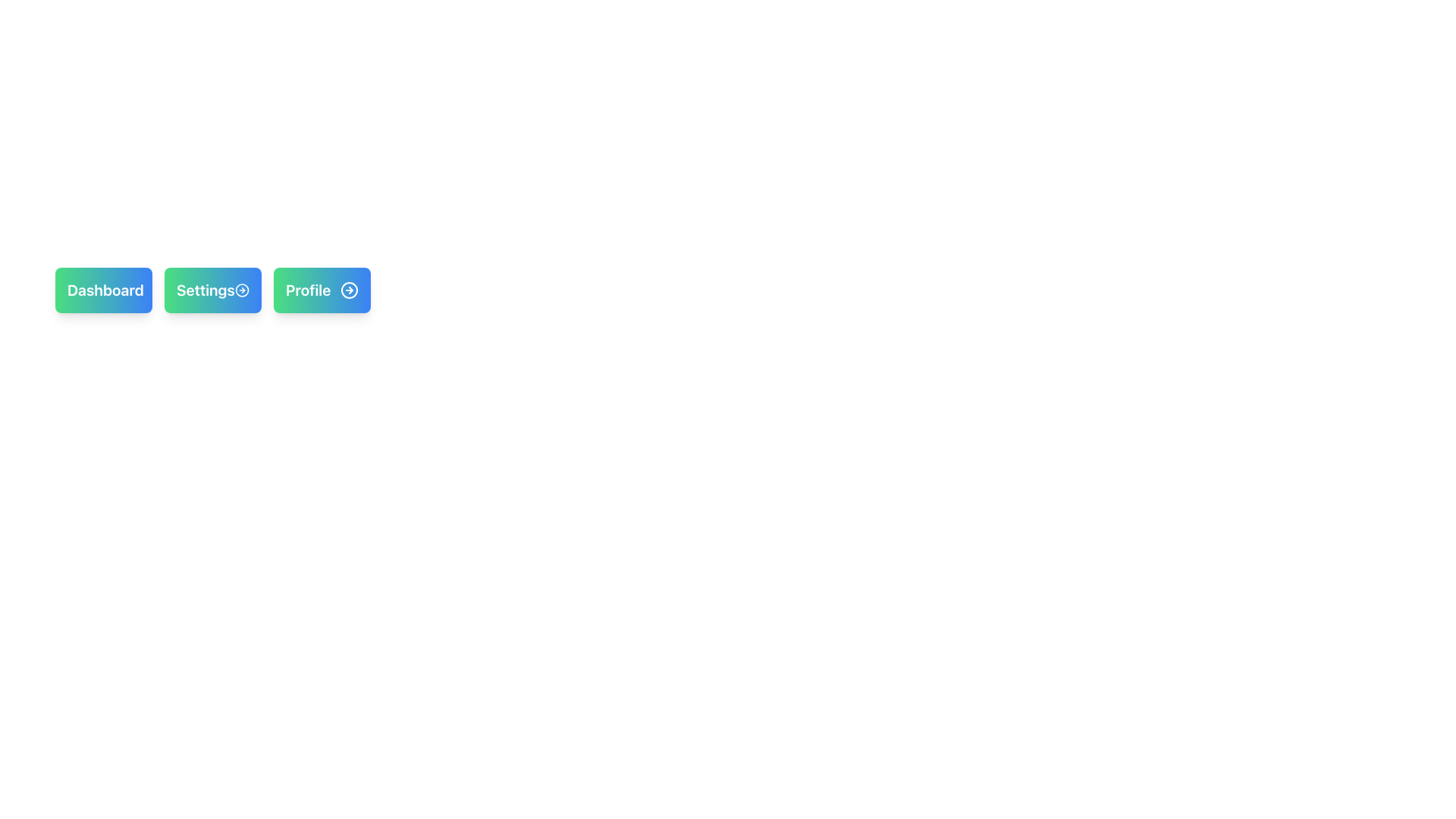  Describe the element at coordinates (103, 290) in the screenshot. I see `the 'Dashboard' button-like navigation card, which features bold white text on a gradient background from green to blue, located at the top-left of the layout` at that location.